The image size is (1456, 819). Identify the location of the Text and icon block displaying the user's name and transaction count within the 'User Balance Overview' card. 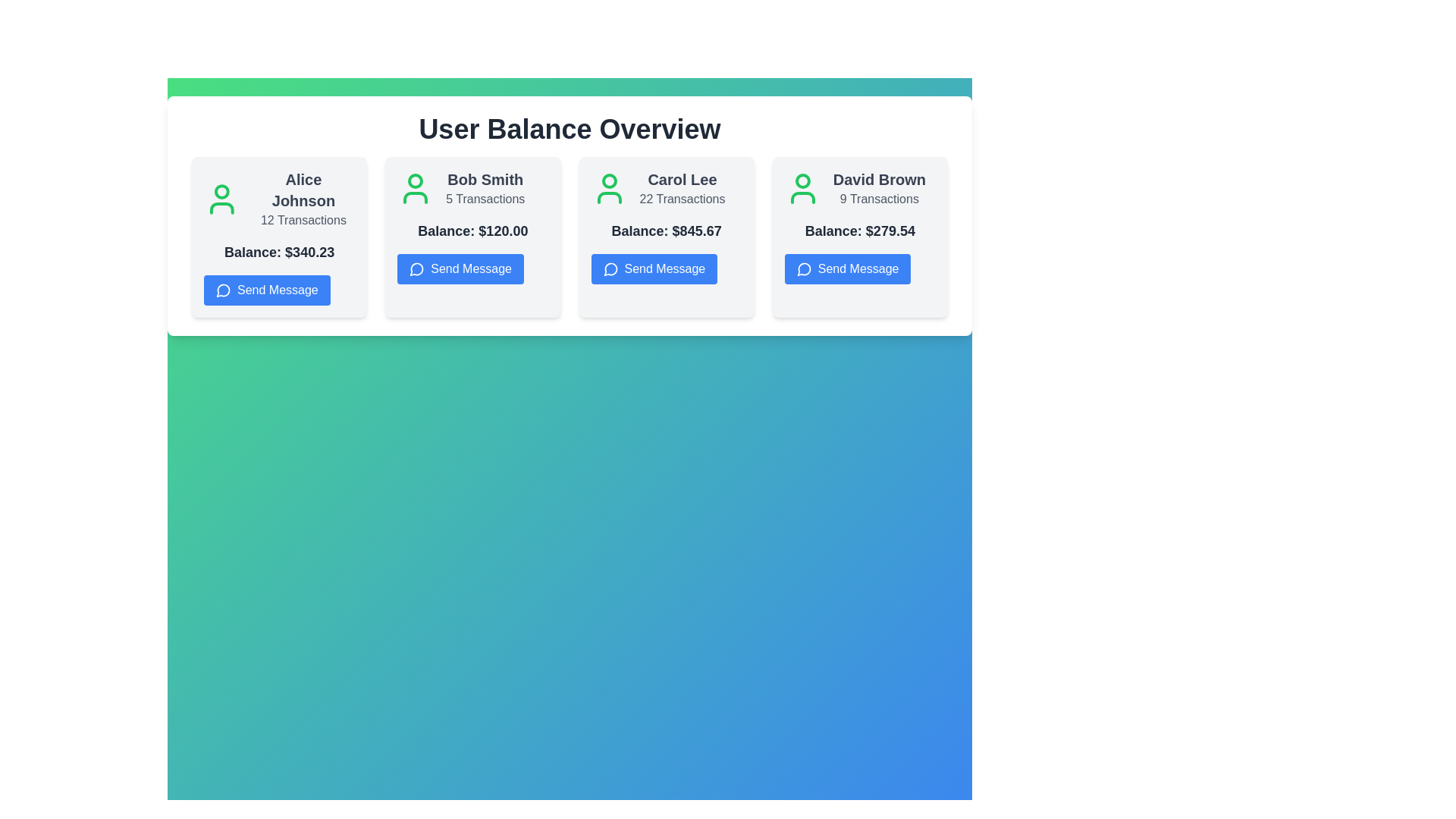
(472, 188).